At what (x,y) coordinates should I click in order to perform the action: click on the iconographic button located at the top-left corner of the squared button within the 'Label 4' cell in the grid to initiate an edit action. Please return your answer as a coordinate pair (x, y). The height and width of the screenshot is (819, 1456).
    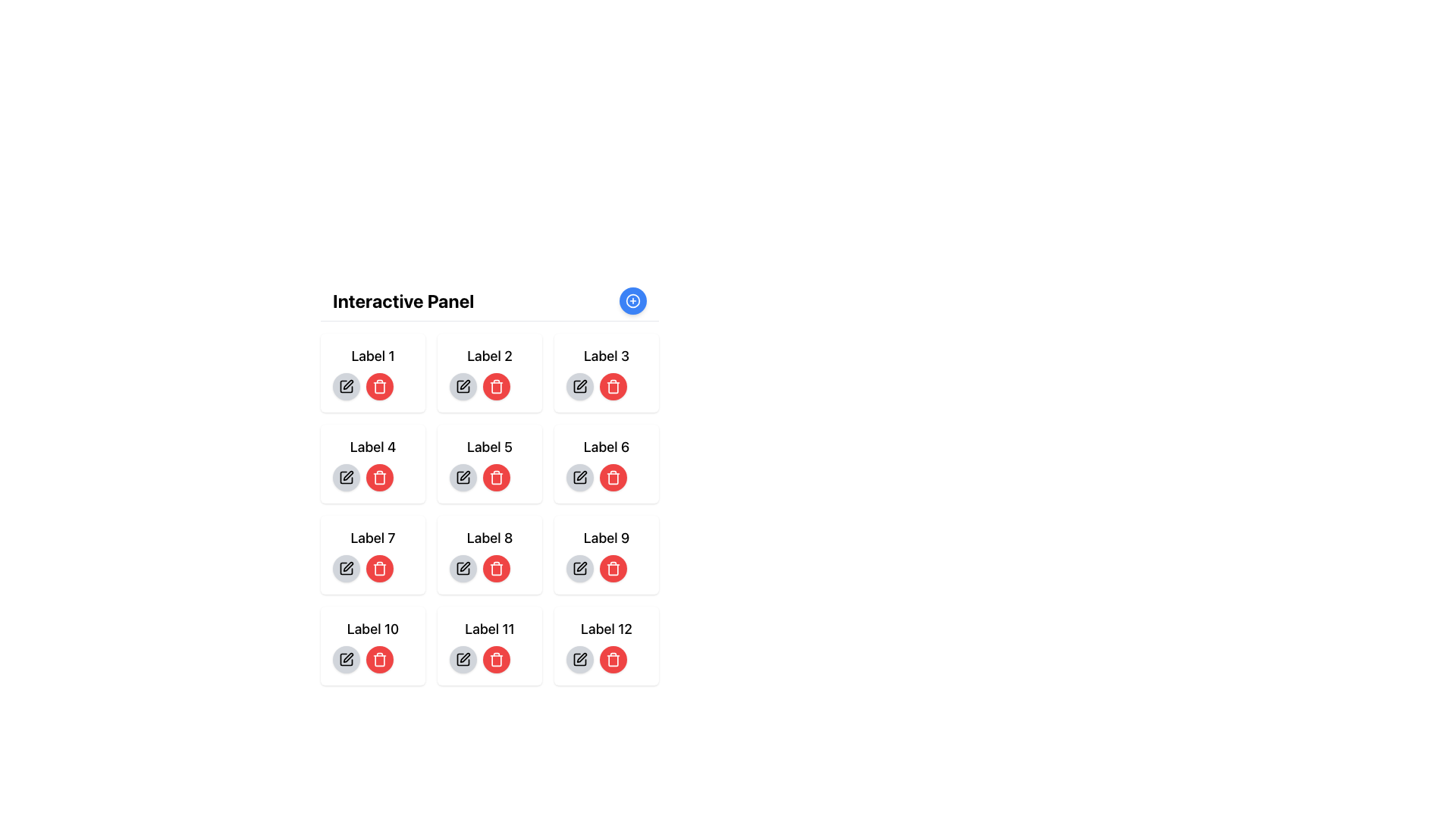
    Looking at the image, I should click on (347, 475).